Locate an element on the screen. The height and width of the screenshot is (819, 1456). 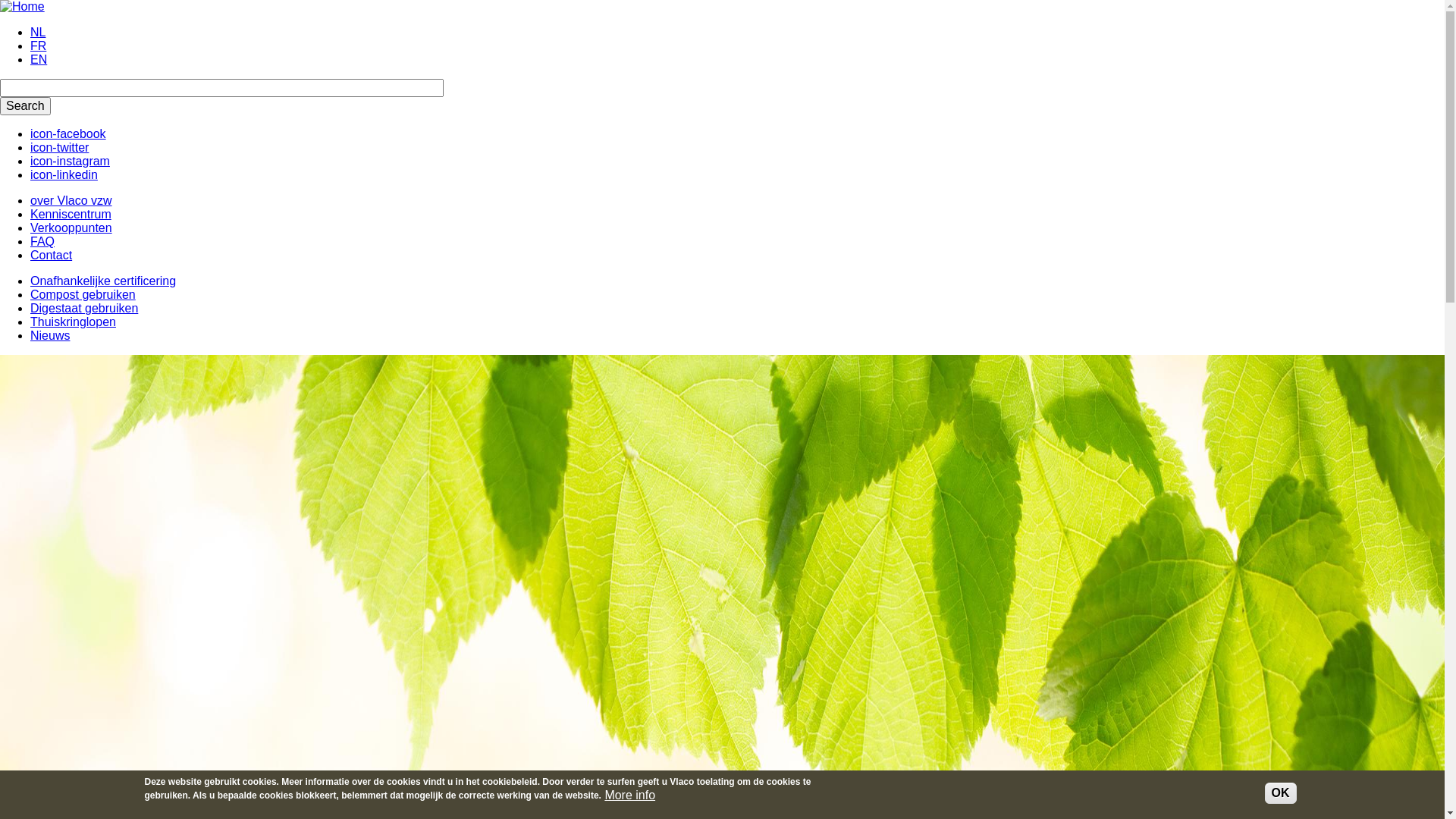
'NL' is located at coordinates (37, 32).